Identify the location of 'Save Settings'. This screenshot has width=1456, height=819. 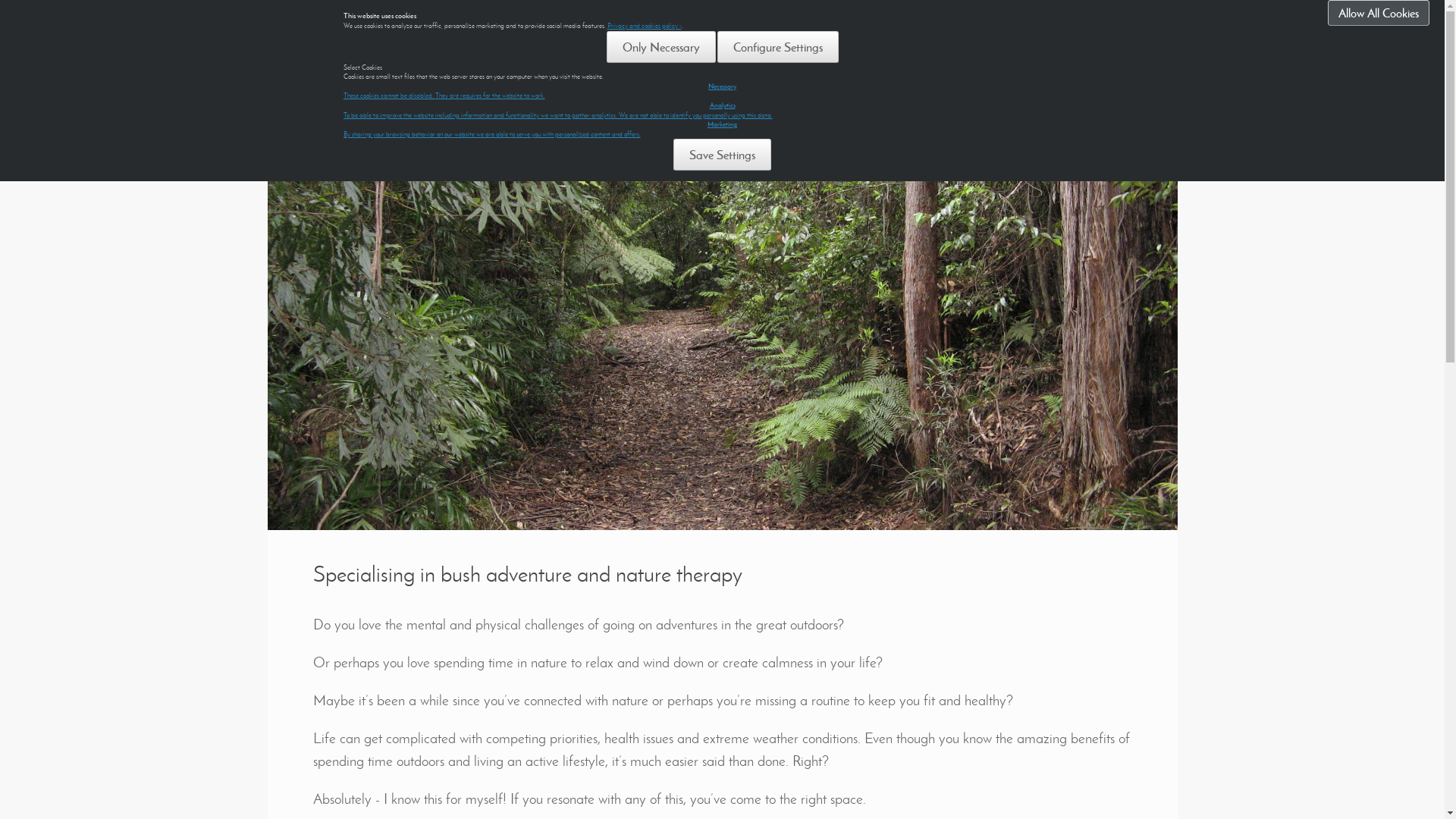
(721, 155).